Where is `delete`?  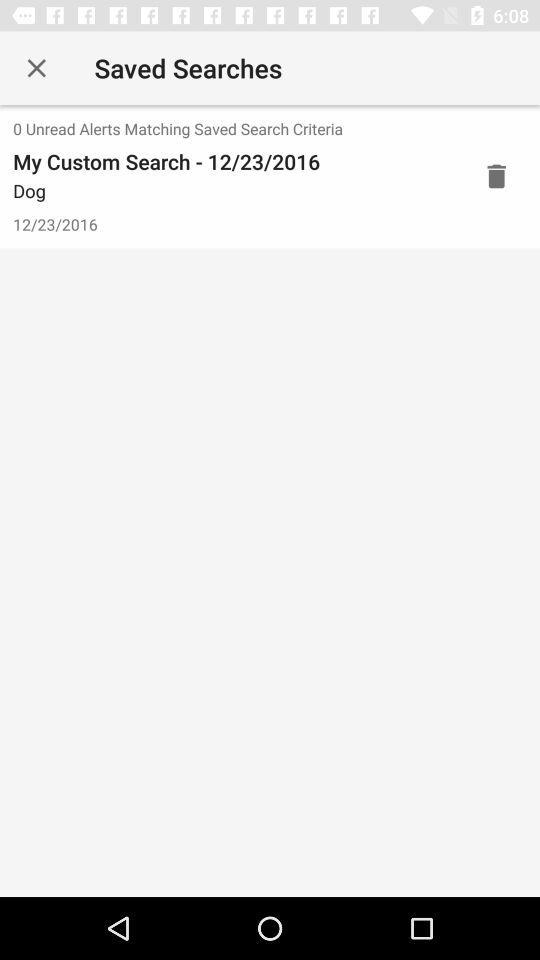
delete is located at coordinates (495, 175).